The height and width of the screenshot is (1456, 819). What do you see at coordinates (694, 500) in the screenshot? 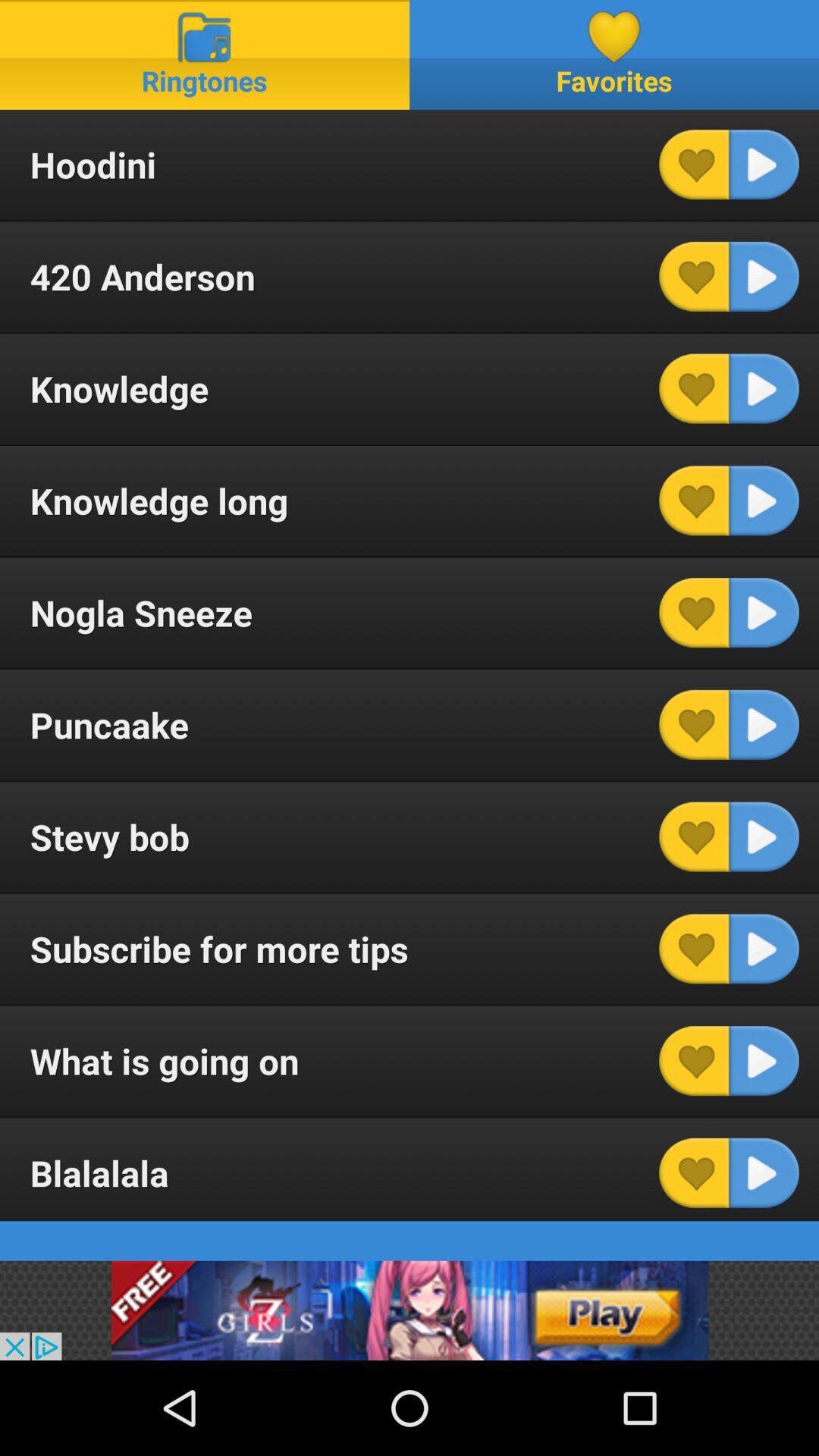
I see `this` at bounding box center [694, 500].